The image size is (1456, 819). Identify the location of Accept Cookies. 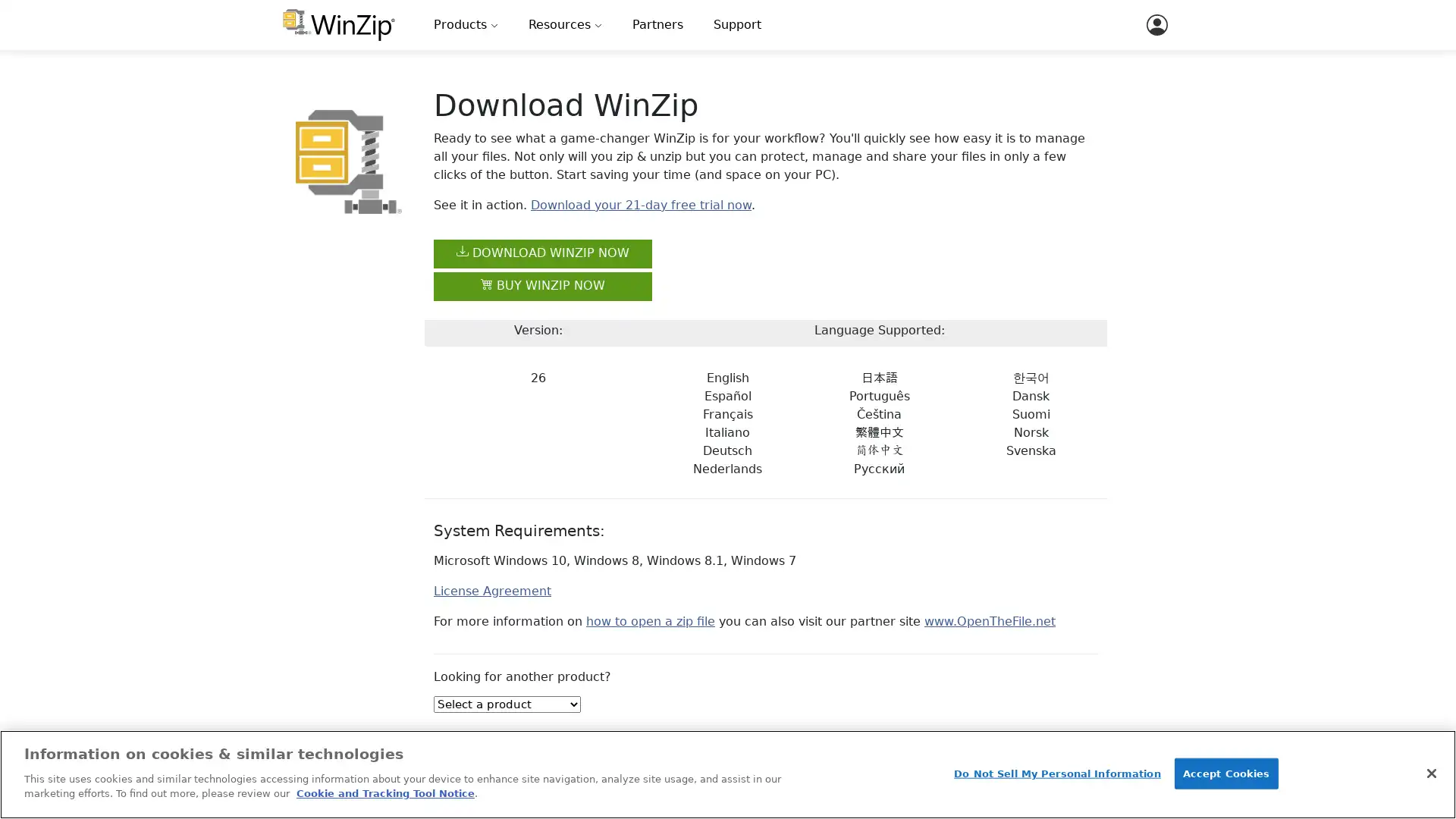
(1225, 773).